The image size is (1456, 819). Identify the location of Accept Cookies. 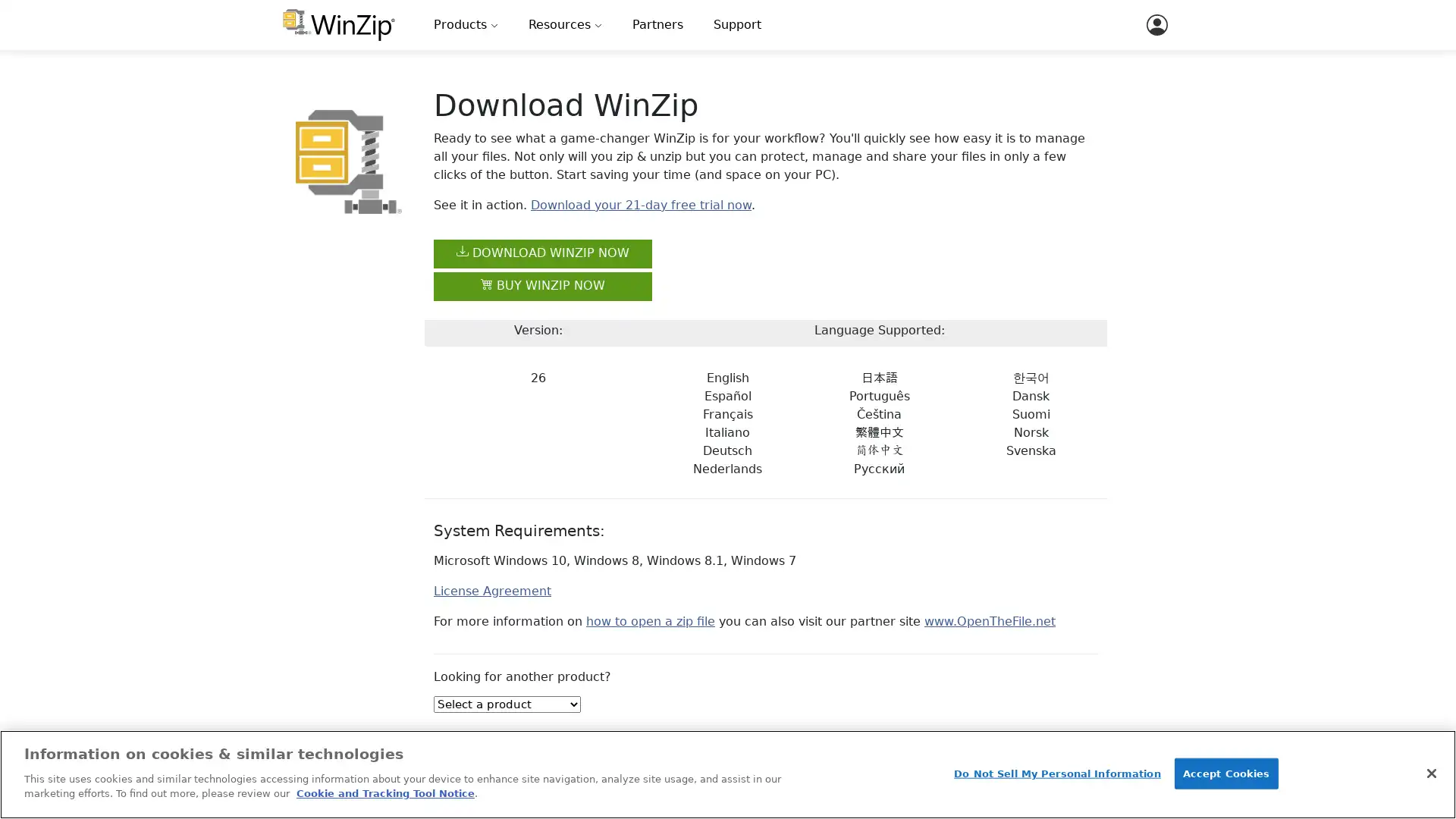
(1225, 773).